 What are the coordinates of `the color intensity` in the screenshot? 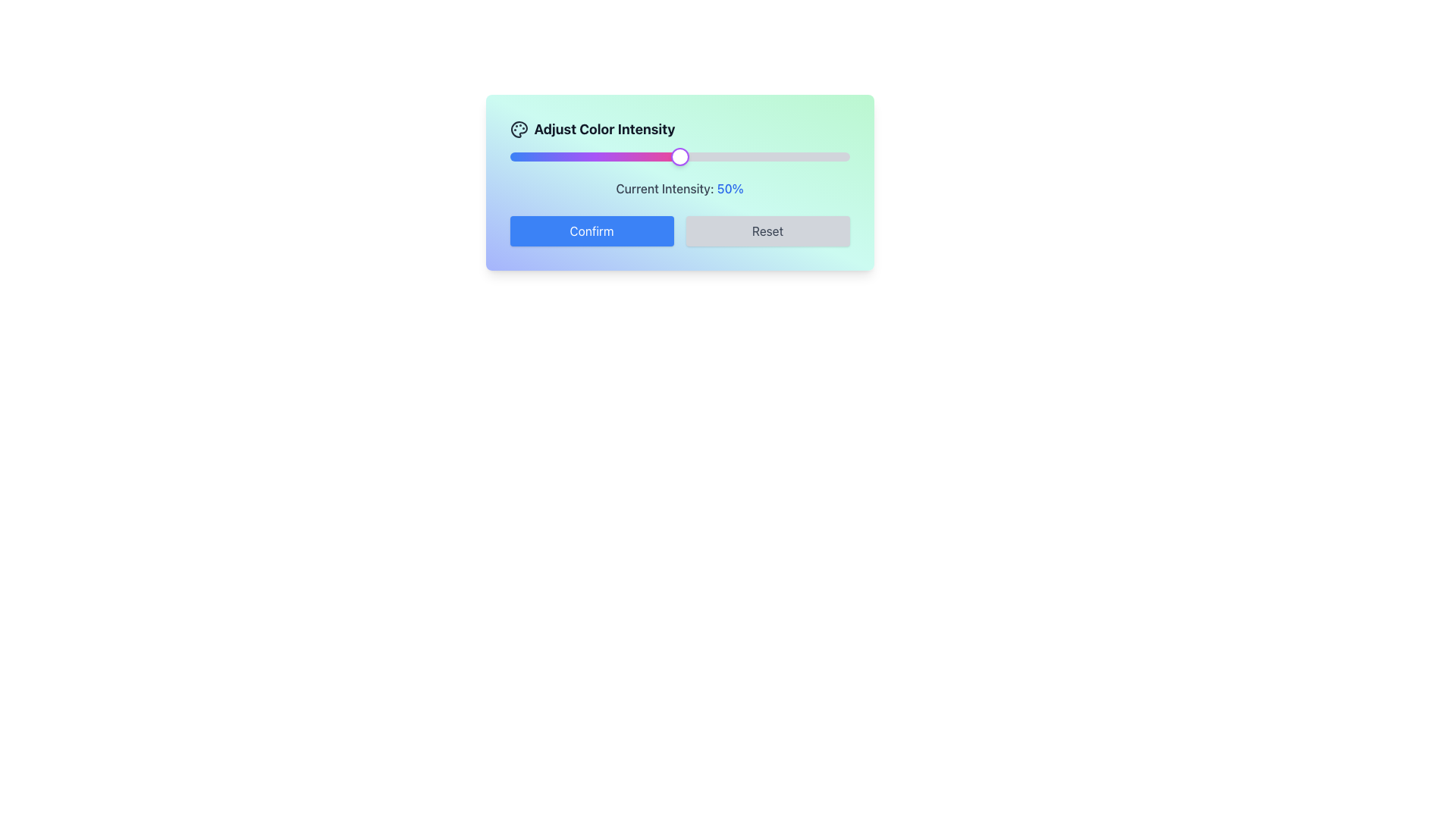 It's located at (611, 157).